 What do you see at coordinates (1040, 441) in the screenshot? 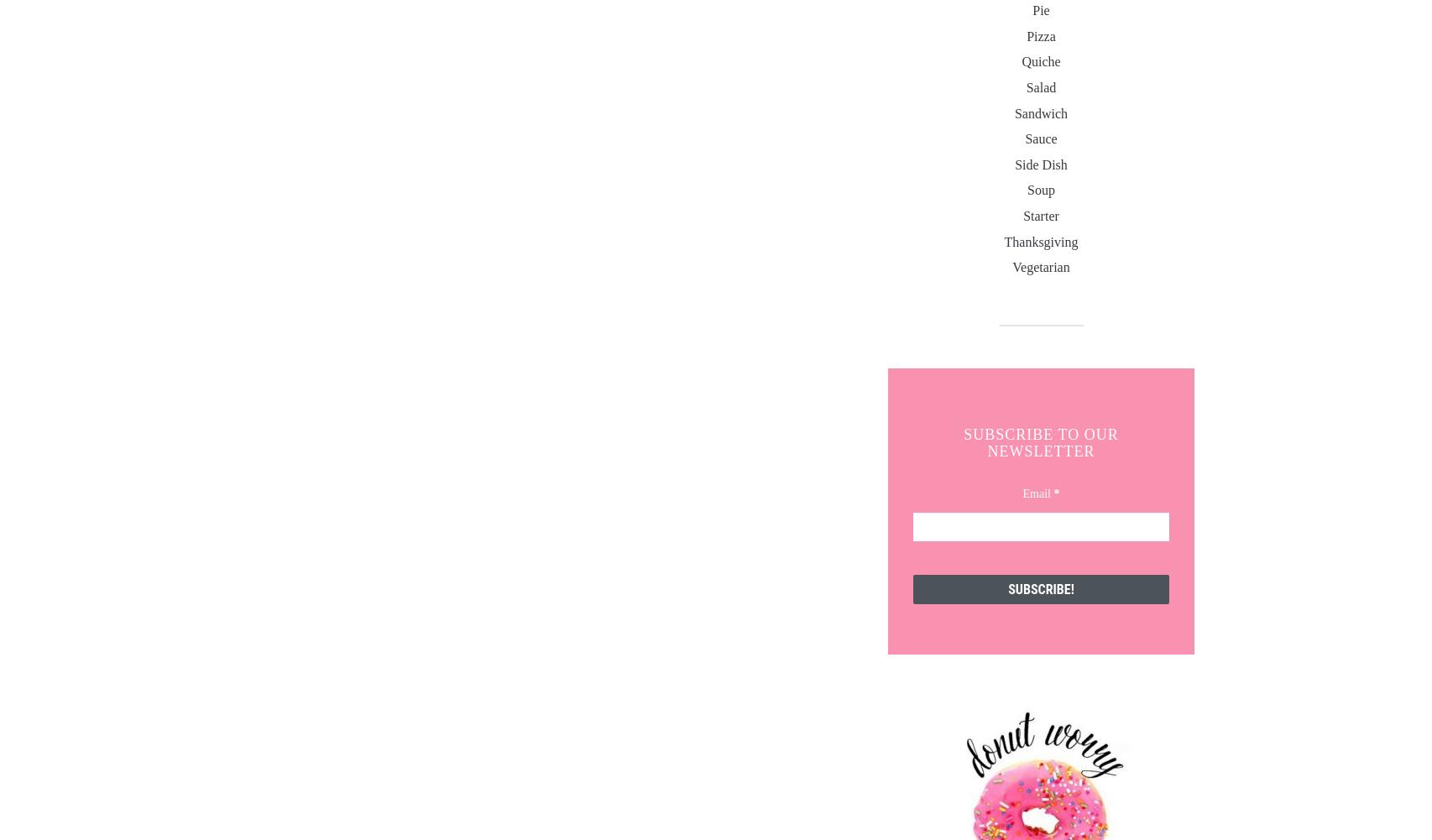
I see `'Subscribe to our Newsletter'` at bounding box center [1040, 441].